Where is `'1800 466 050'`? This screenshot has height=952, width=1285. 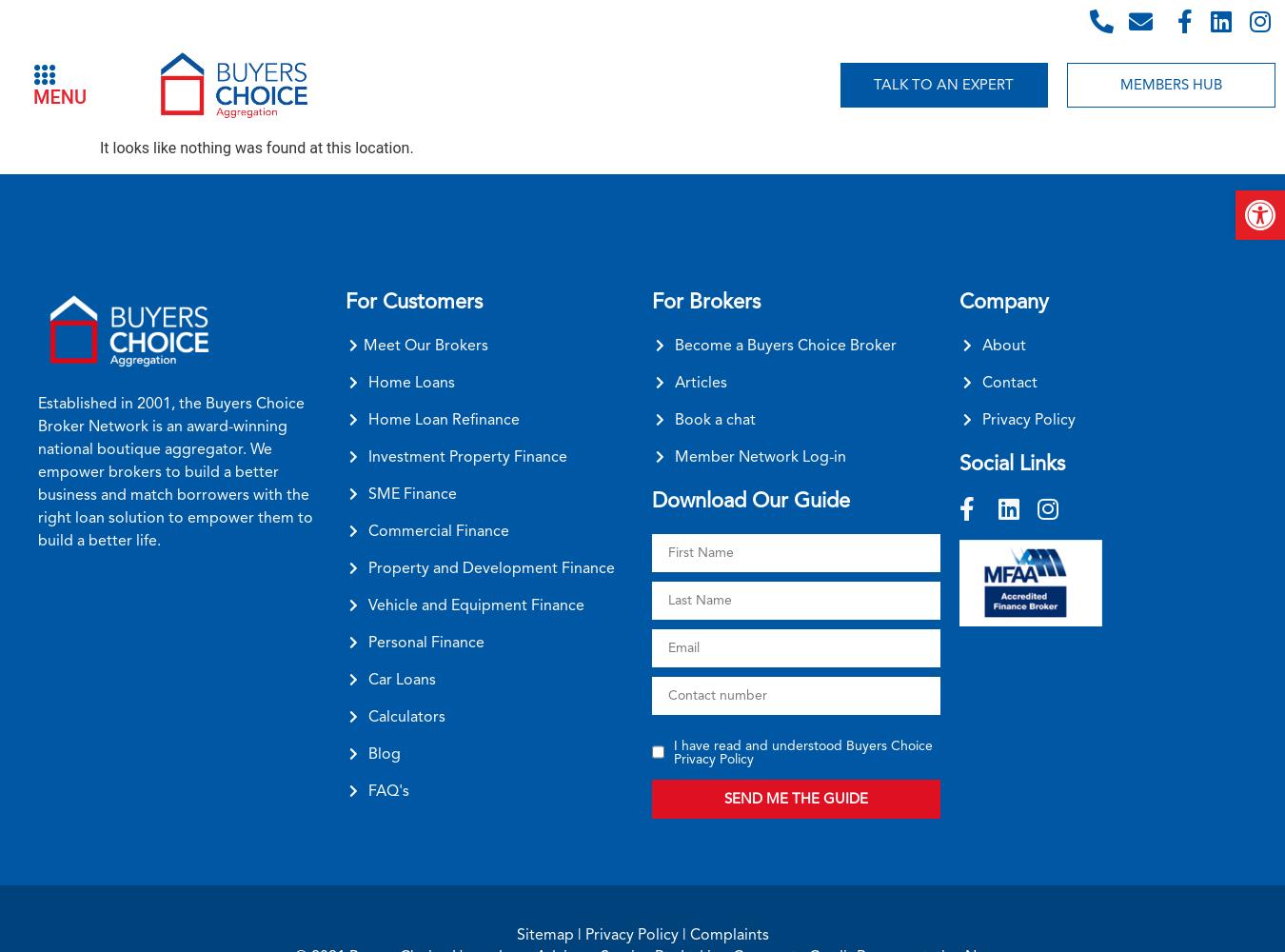
'1800 466 050' is located at coordinates (1164, 20).